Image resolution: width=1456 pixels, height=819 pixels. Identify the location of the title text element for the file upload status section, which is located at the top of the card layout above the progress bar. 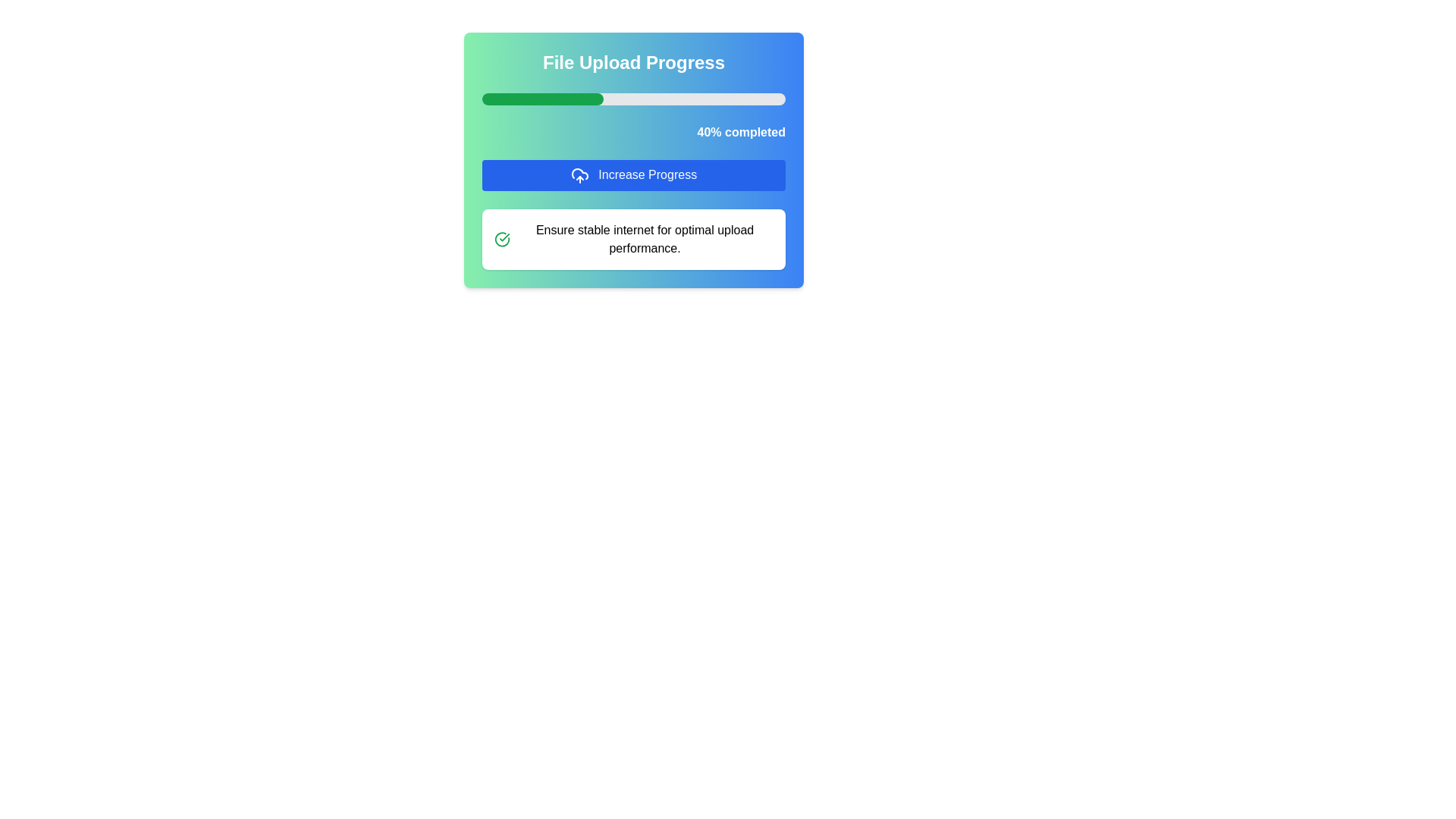
(633, 62).